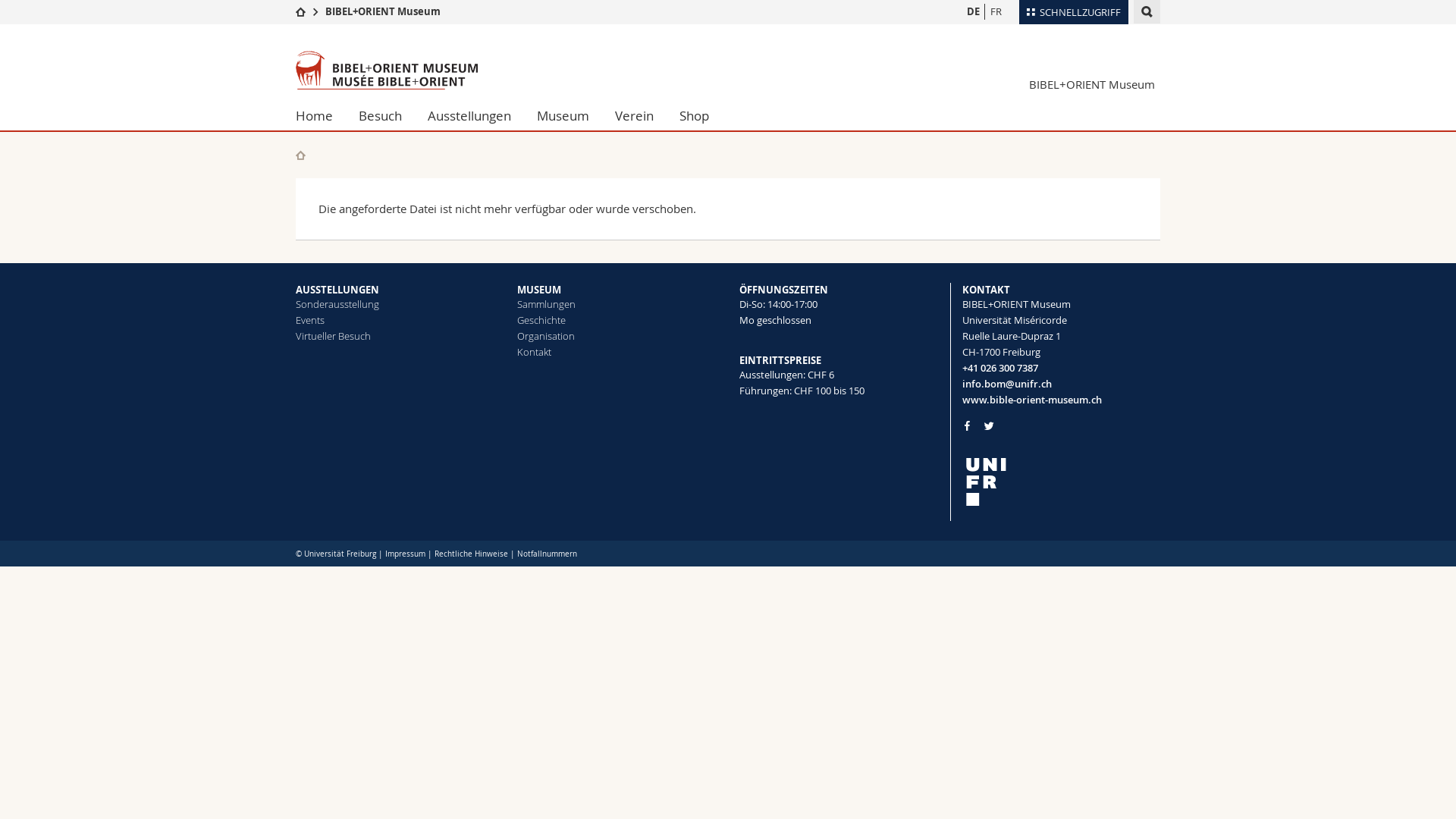  What do you see at coordinates (972, 11) in the screenshot?
I see `'DE'` at bounding box center [972, 11].